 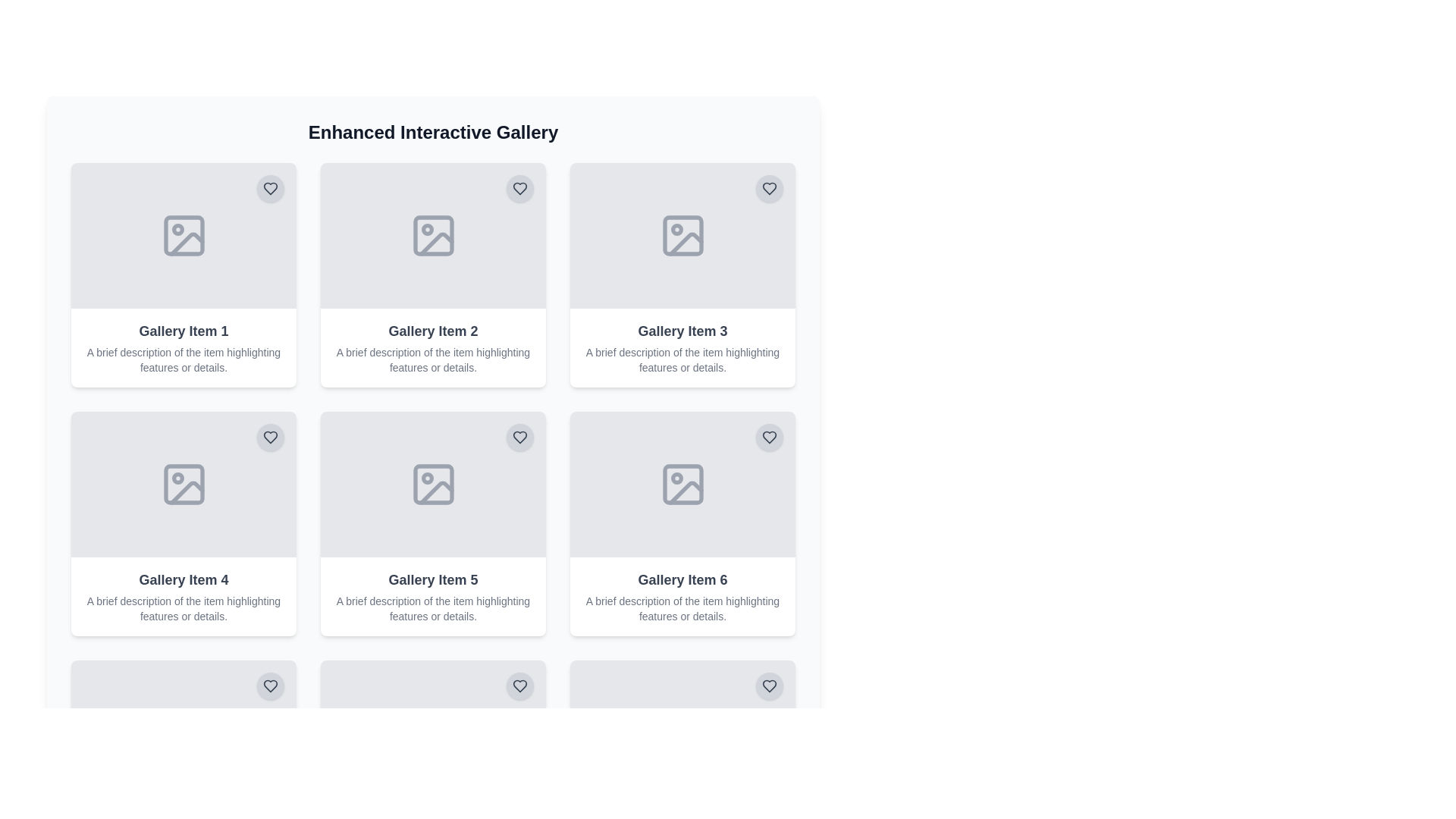 What do you see at coordinates (769, 686) in the screenshot?
I see `the heart-shaped icon located in the top-right corner of the 'Gallery Item 6' card to mark it as a favorite` at bounding box center [769, 686].